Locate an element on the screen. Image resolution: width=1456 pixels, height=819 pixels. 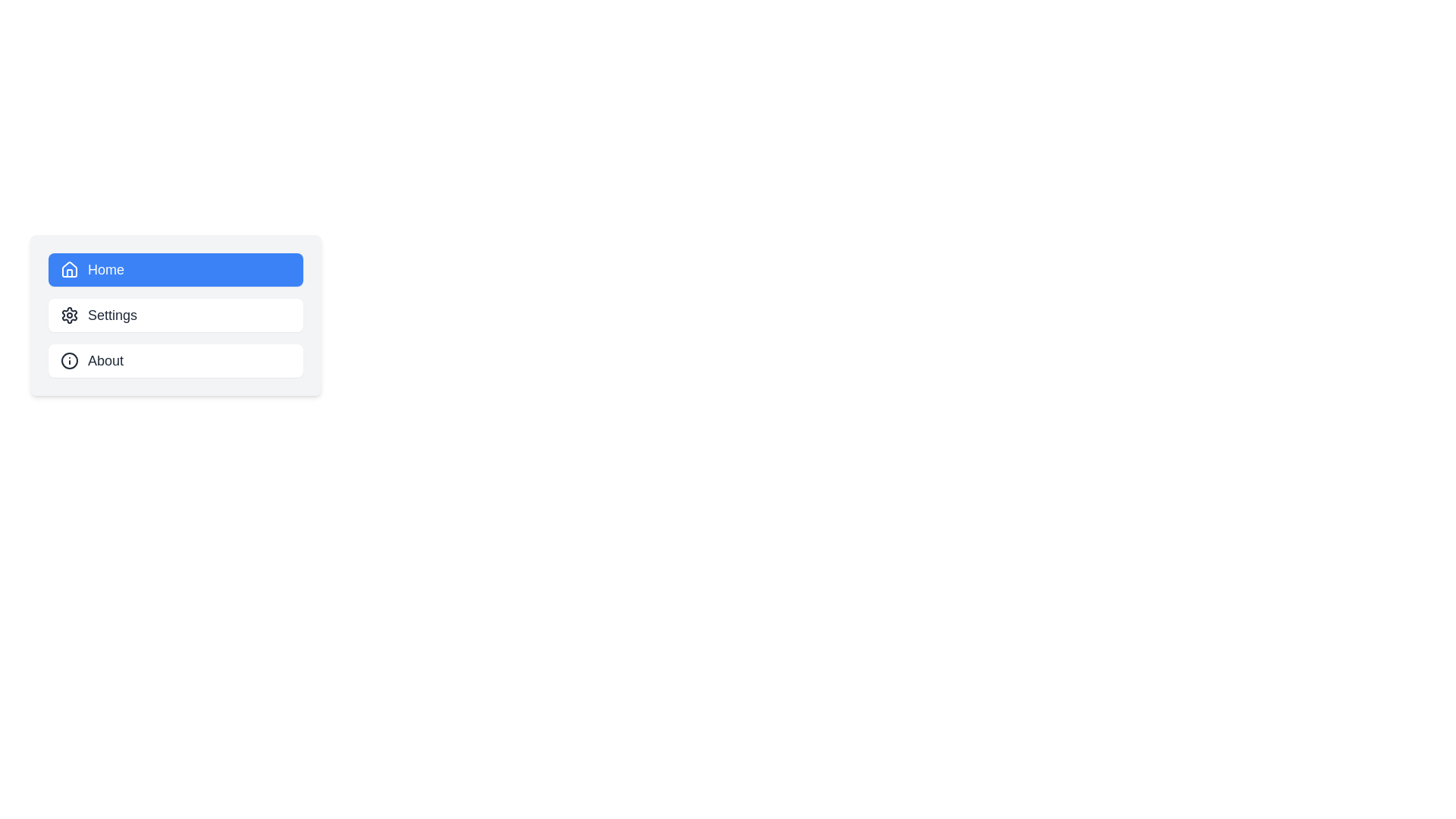
the 'Settings' text element, which is the second item in the vertical navigation menu, located to the right of the cogwheel icon is located at coordinates (111, 315).